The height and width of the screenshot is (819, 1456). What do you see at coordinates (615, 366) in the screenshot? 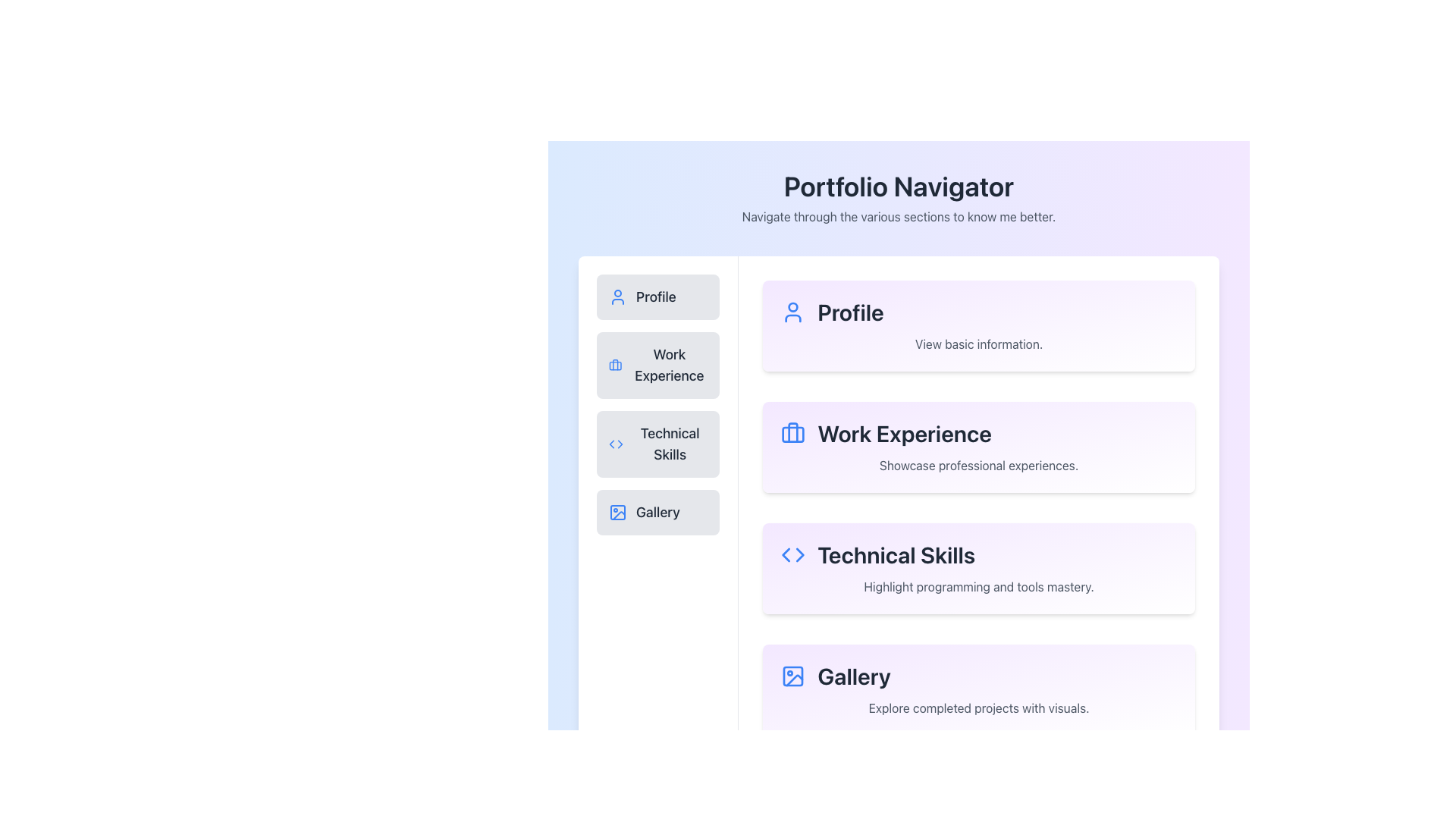
I see `the blue briefcase icon in the vertical navigation menu that links to the 'Work Experience' section` at bounding box center [615, 366].